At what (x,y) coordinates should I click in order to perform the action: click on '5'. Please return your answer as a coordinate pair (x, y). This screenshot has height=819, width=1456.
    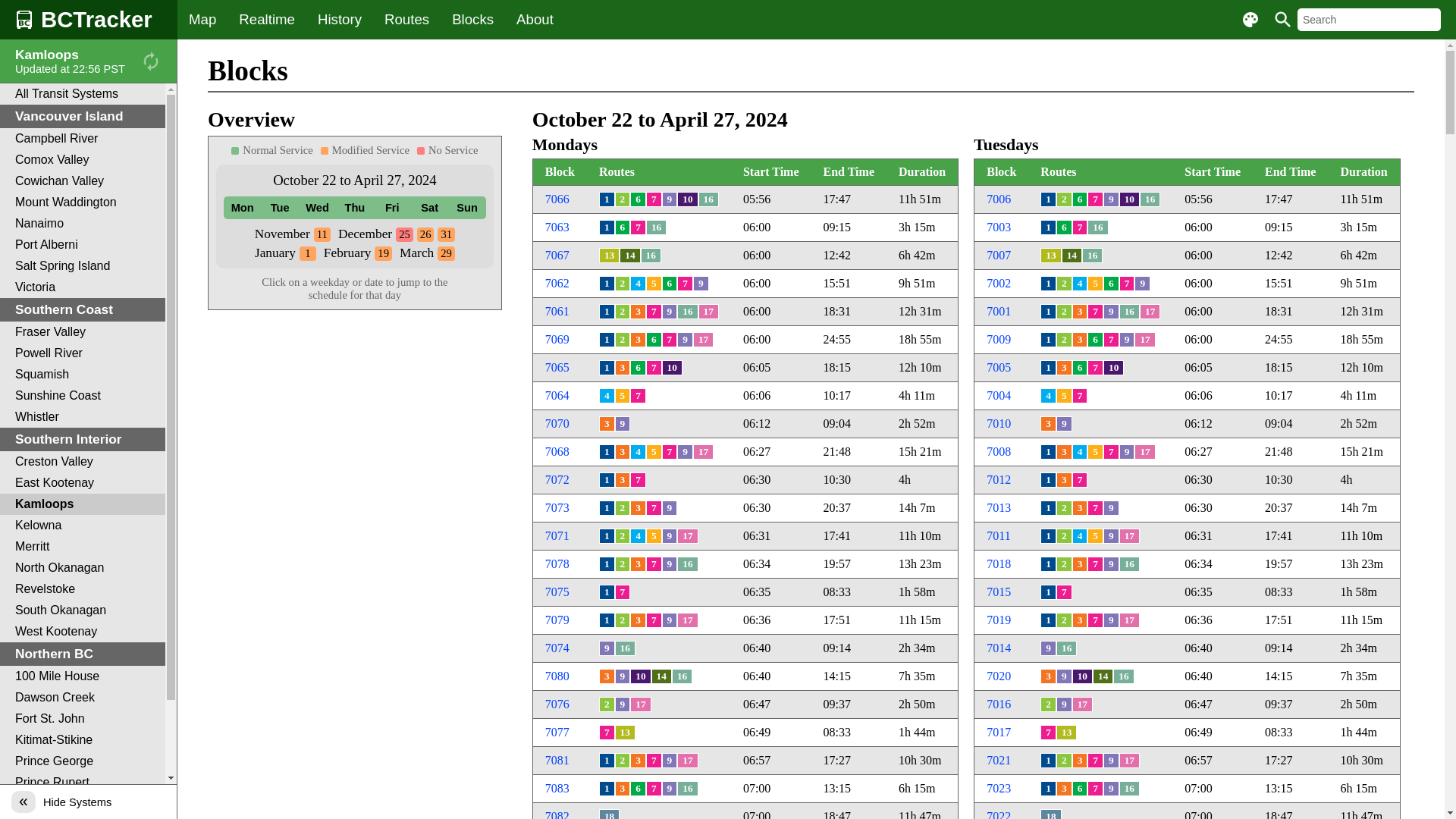
    Looking at the image, I should click on (1095, 535).